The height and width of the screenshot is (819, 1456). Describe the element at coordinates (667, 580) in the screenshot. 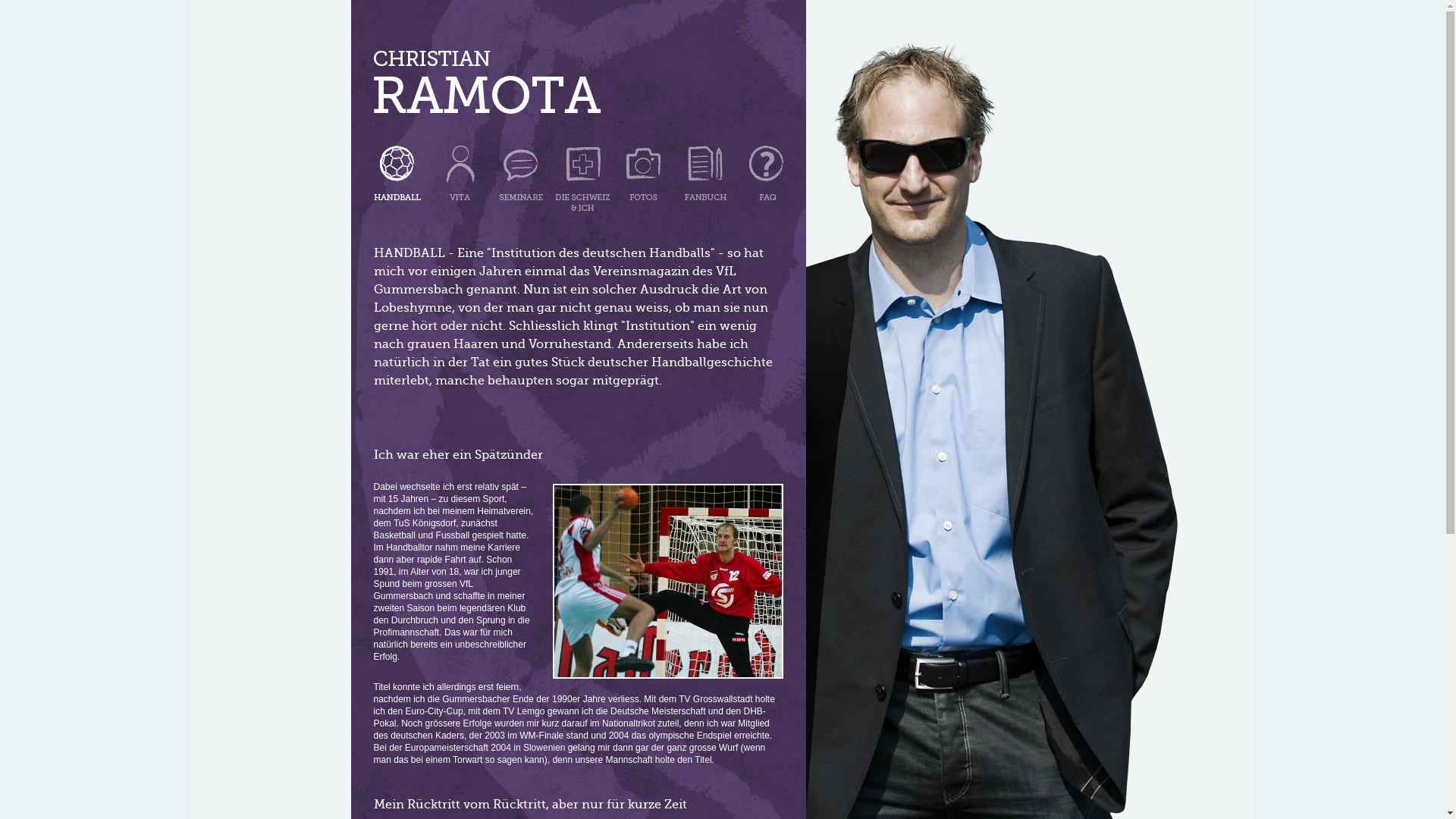

I see `'Handball WM Deutschland - Tunesien'` at that location.